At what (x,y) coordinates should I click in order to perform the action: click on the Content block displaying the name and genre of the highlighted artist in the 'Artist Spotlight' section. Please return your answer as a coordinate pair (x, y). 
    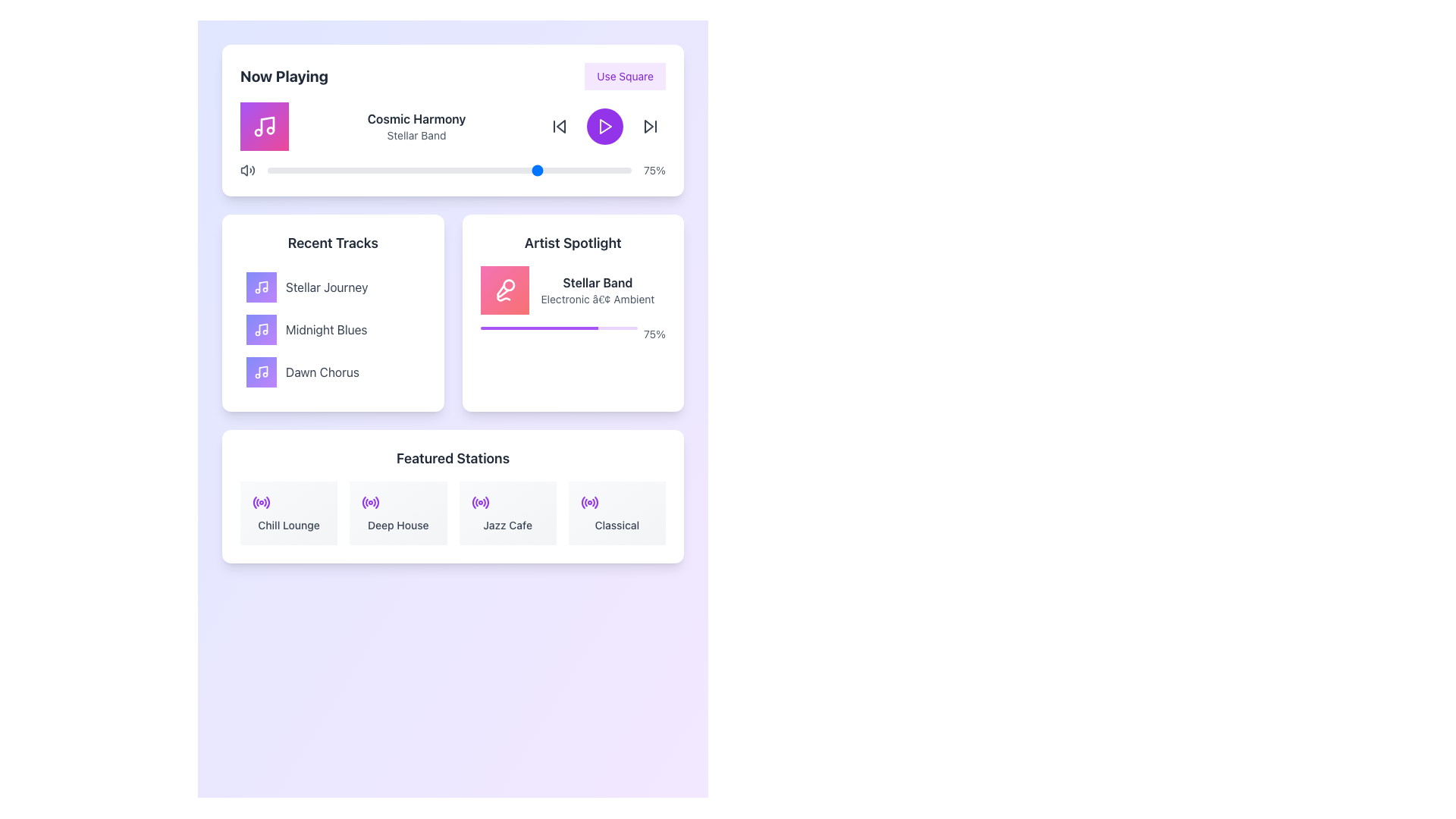
    Looking at the image, I should click on (572, 290).